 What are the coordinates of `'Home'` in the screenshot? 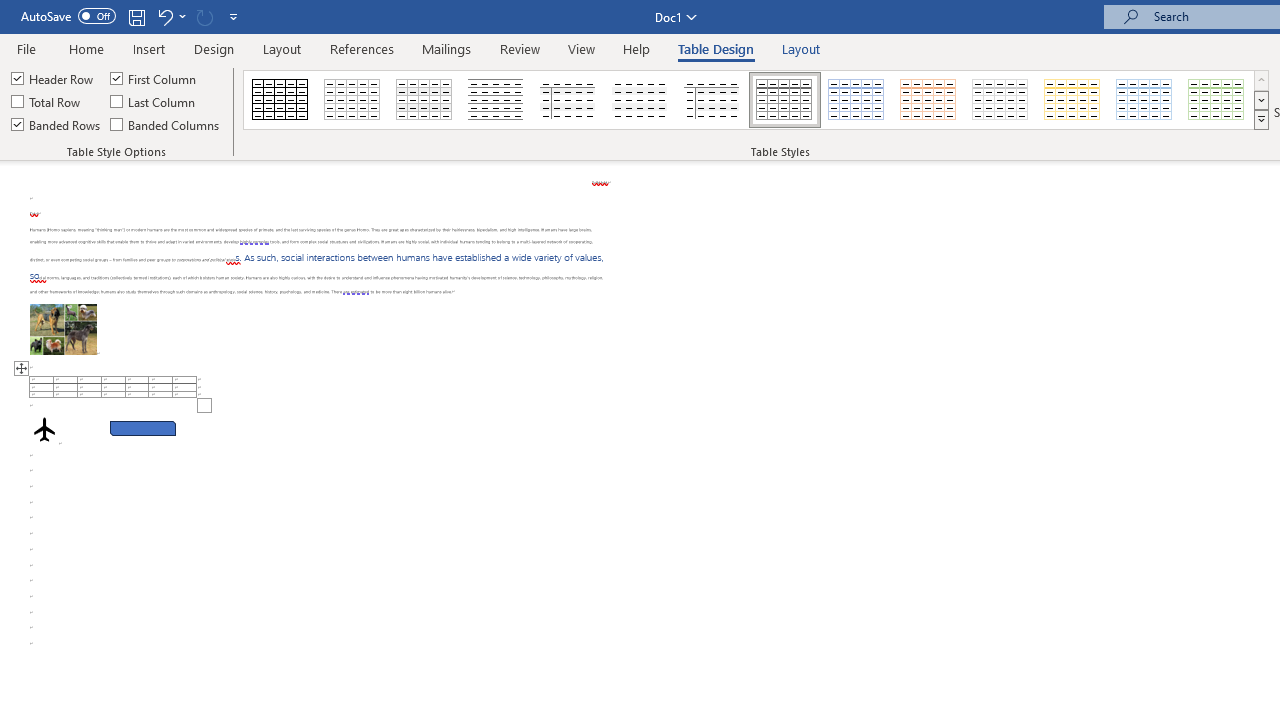 It's located at (85, 48).